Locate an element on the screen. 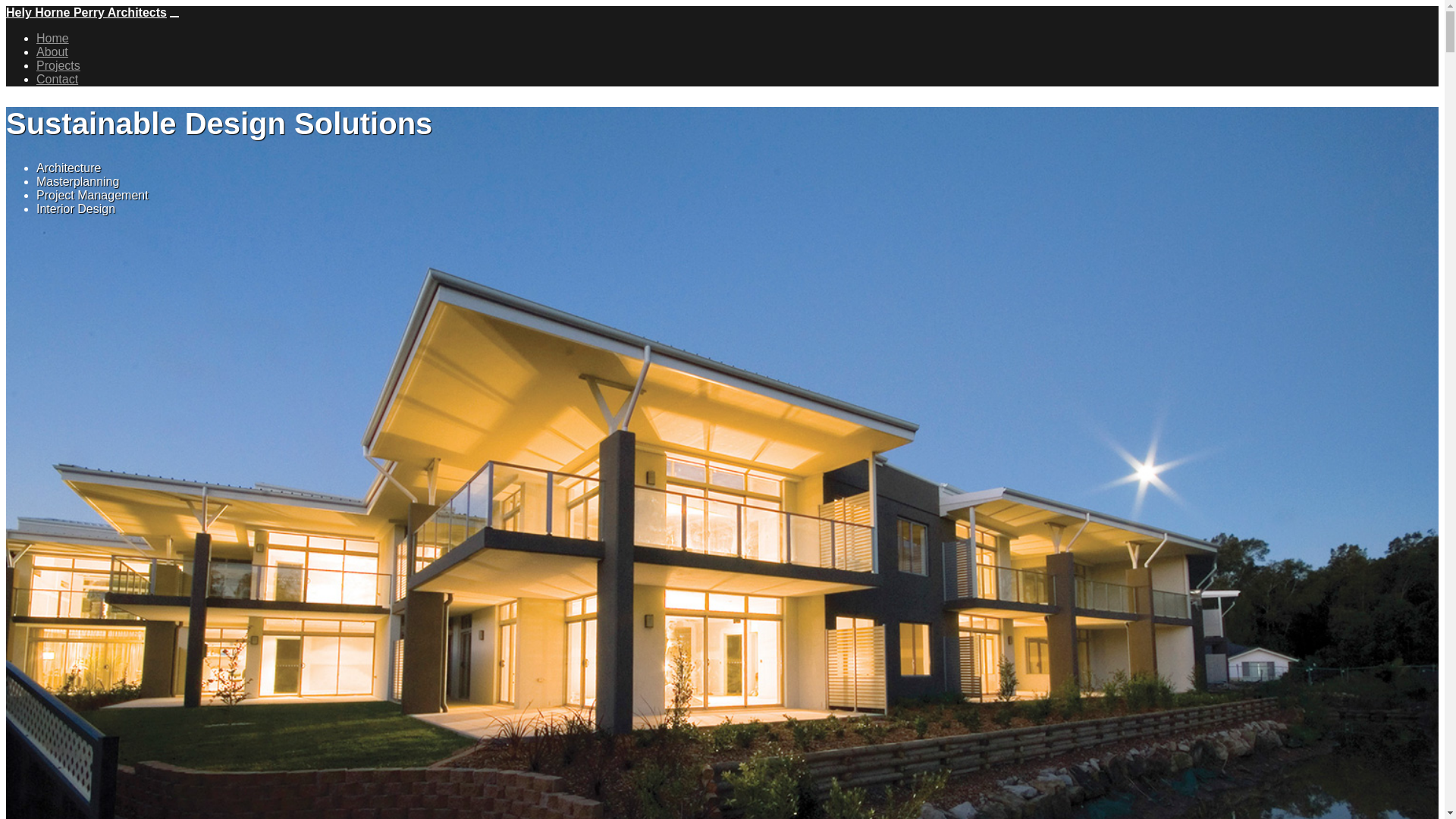 The width and height of the screenshot is (1456, 819). 'Contact' is located at coordinates (57, 79).